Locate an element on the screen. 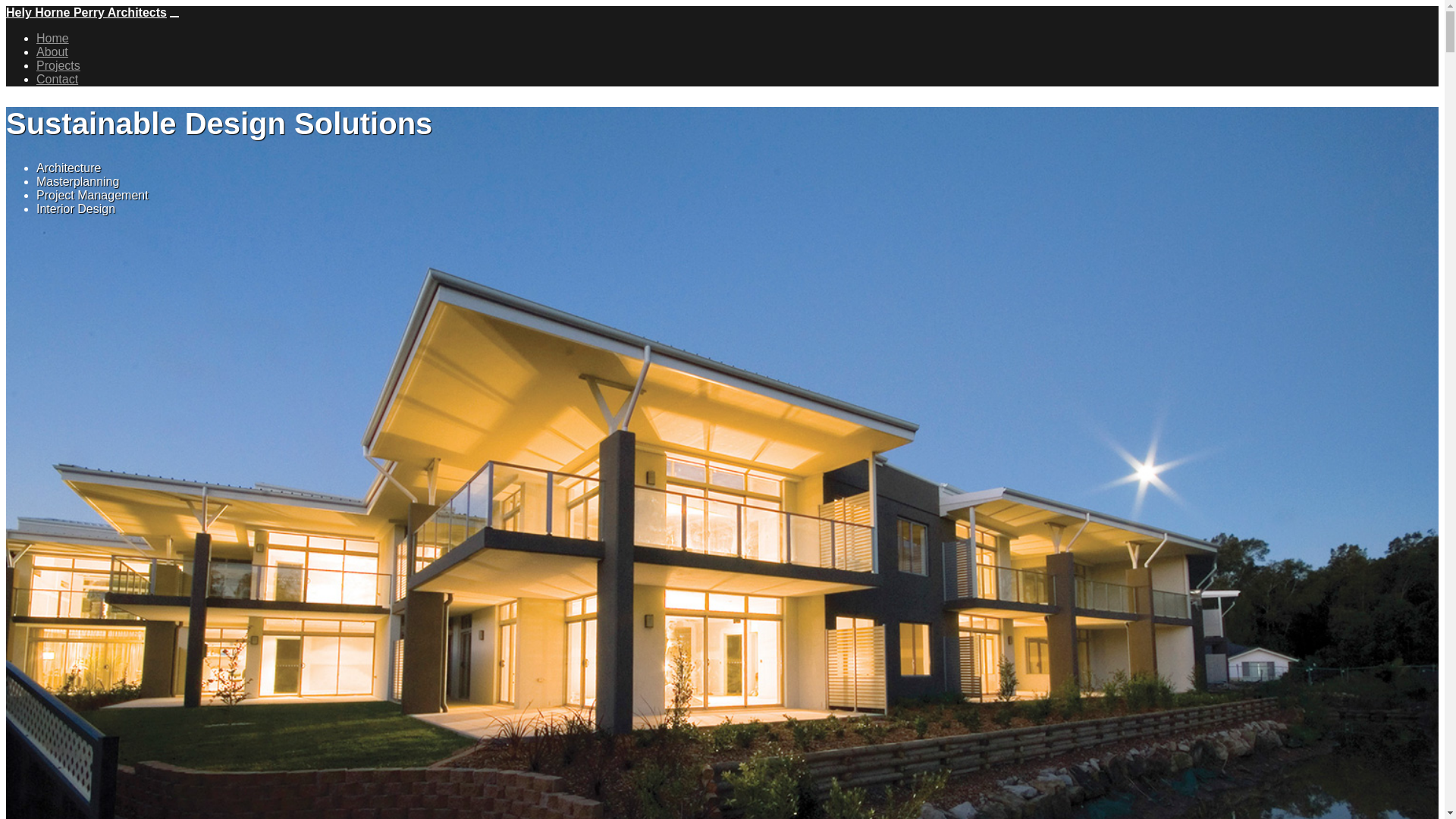 The width and height of the screenshot is (1456, 819). 'Contact' is located at coordinates (57, 79).